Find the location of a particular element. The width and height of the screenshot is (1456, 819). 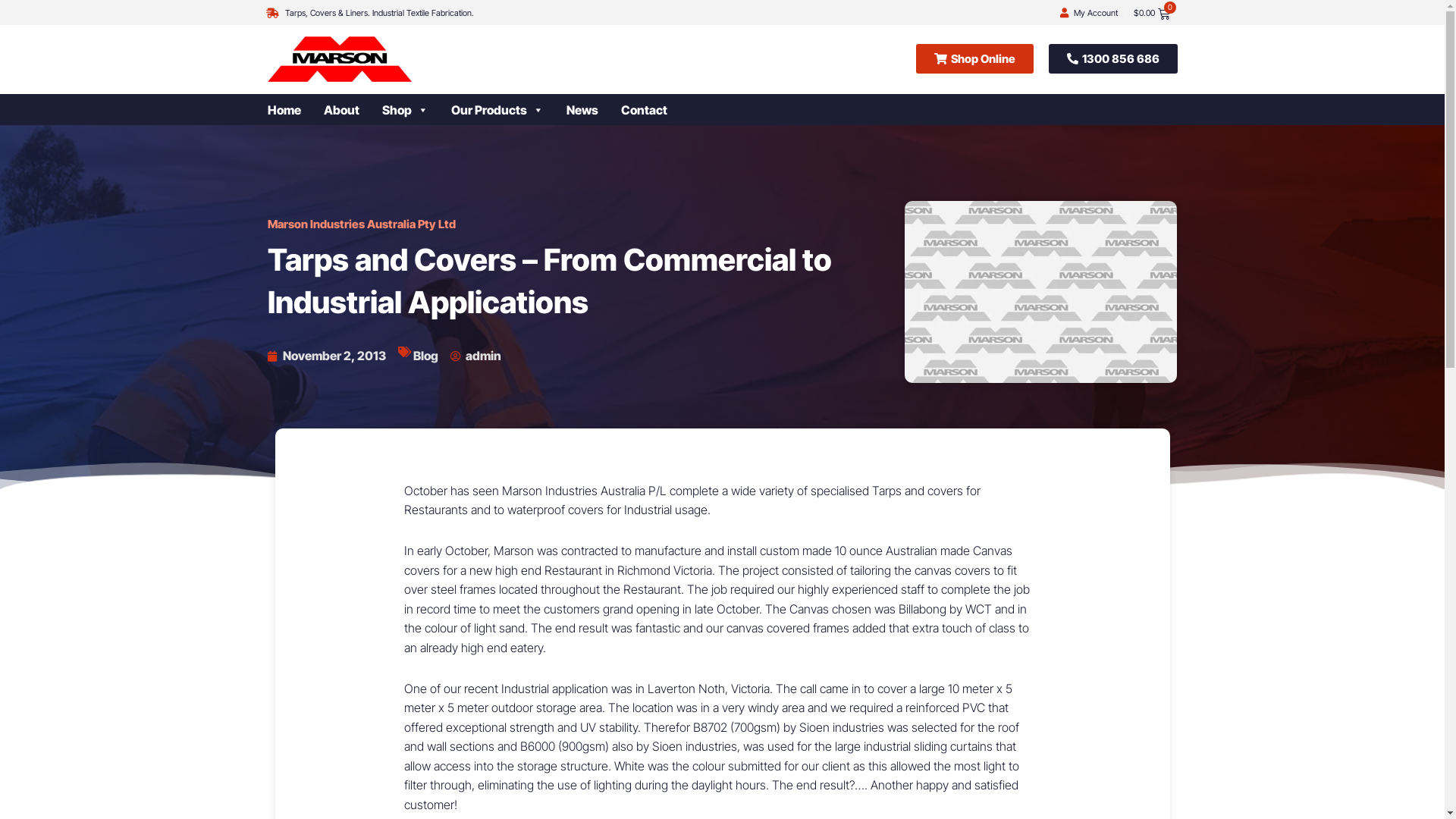

'News' is located at coordinates (592, 109).